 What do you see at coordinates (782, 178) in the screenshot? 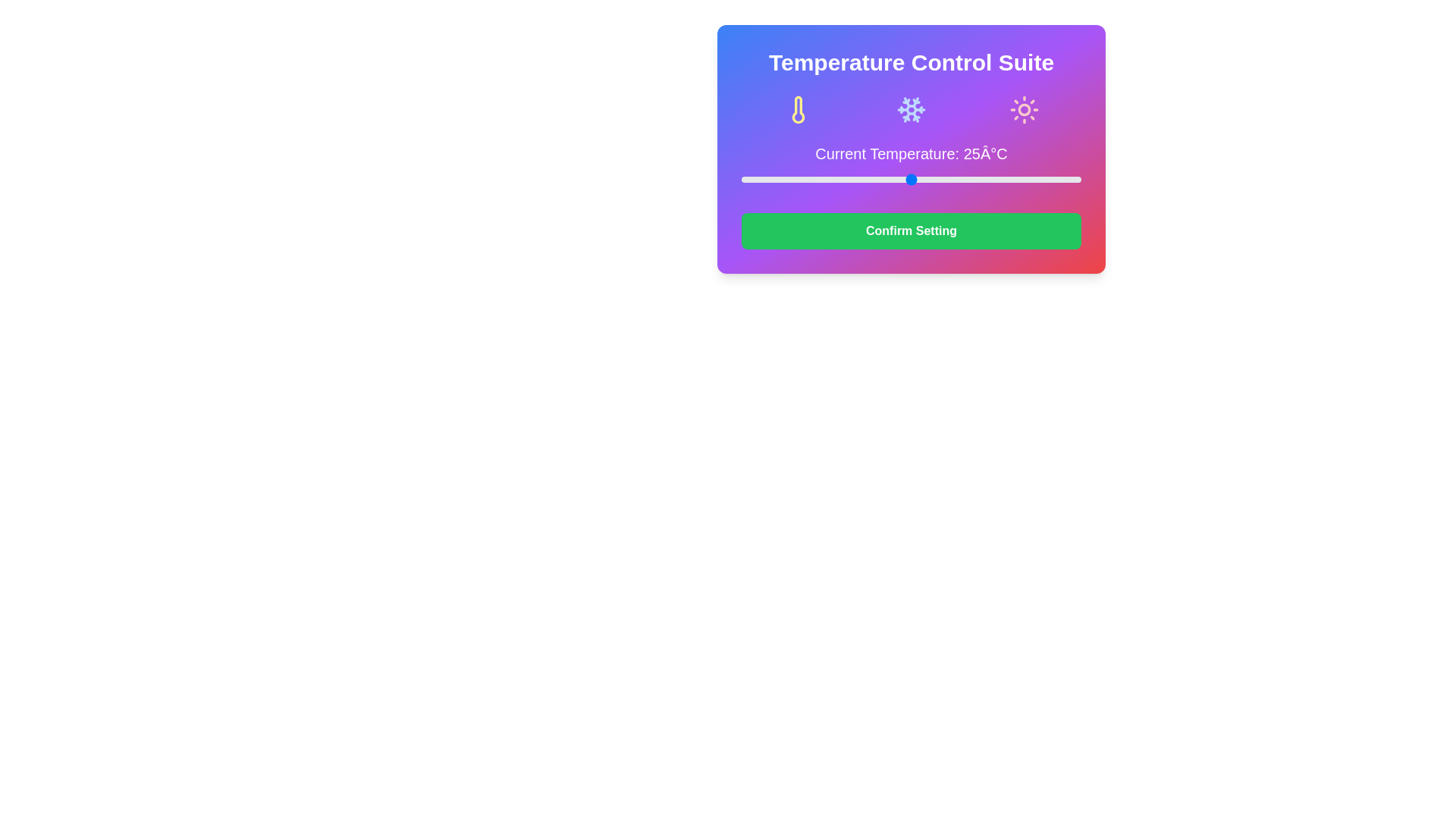
I see `the temperature slider to set the temperature to 6°C` at bounding box center [782, 178].